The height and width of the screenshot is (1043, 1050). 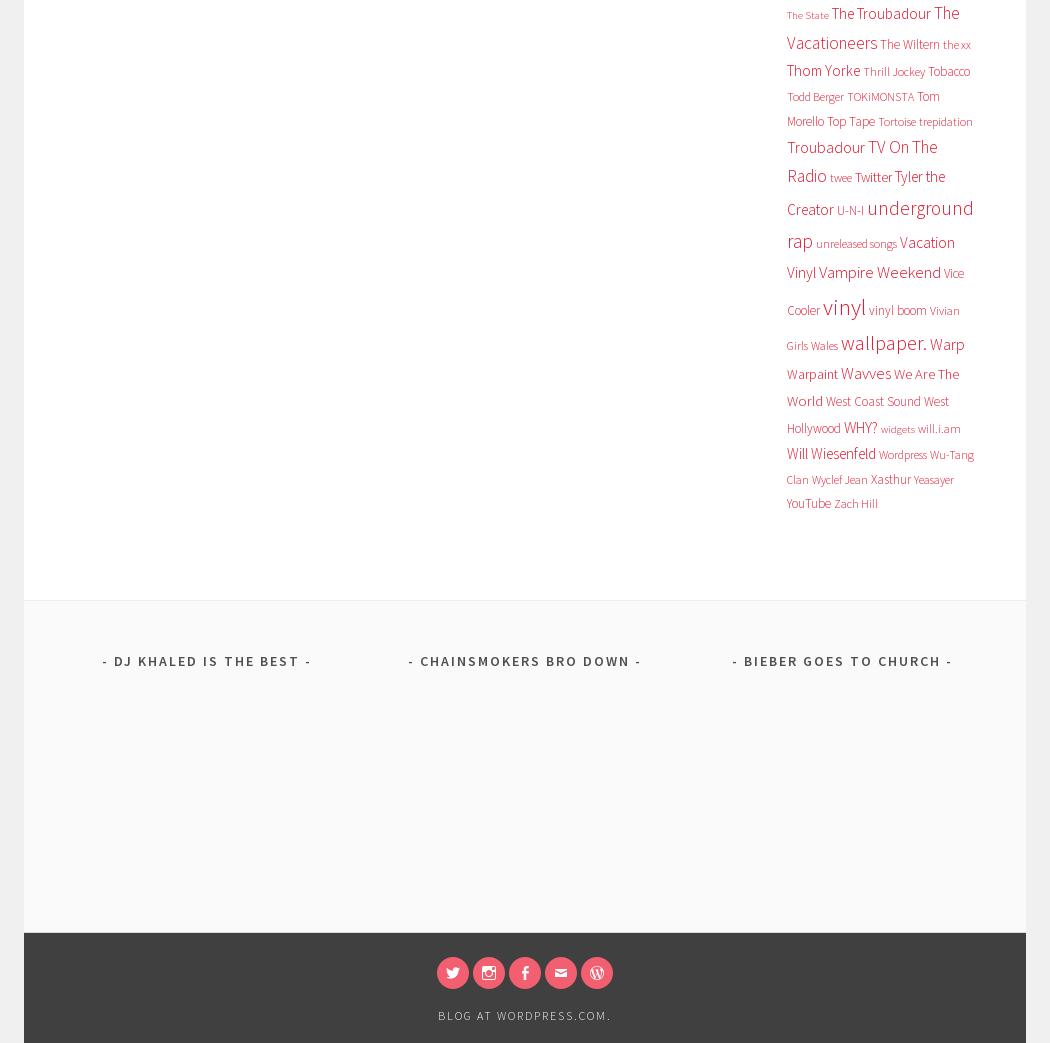 I want to click on 'TOKiMONSTA', so click(x=878, y=96).